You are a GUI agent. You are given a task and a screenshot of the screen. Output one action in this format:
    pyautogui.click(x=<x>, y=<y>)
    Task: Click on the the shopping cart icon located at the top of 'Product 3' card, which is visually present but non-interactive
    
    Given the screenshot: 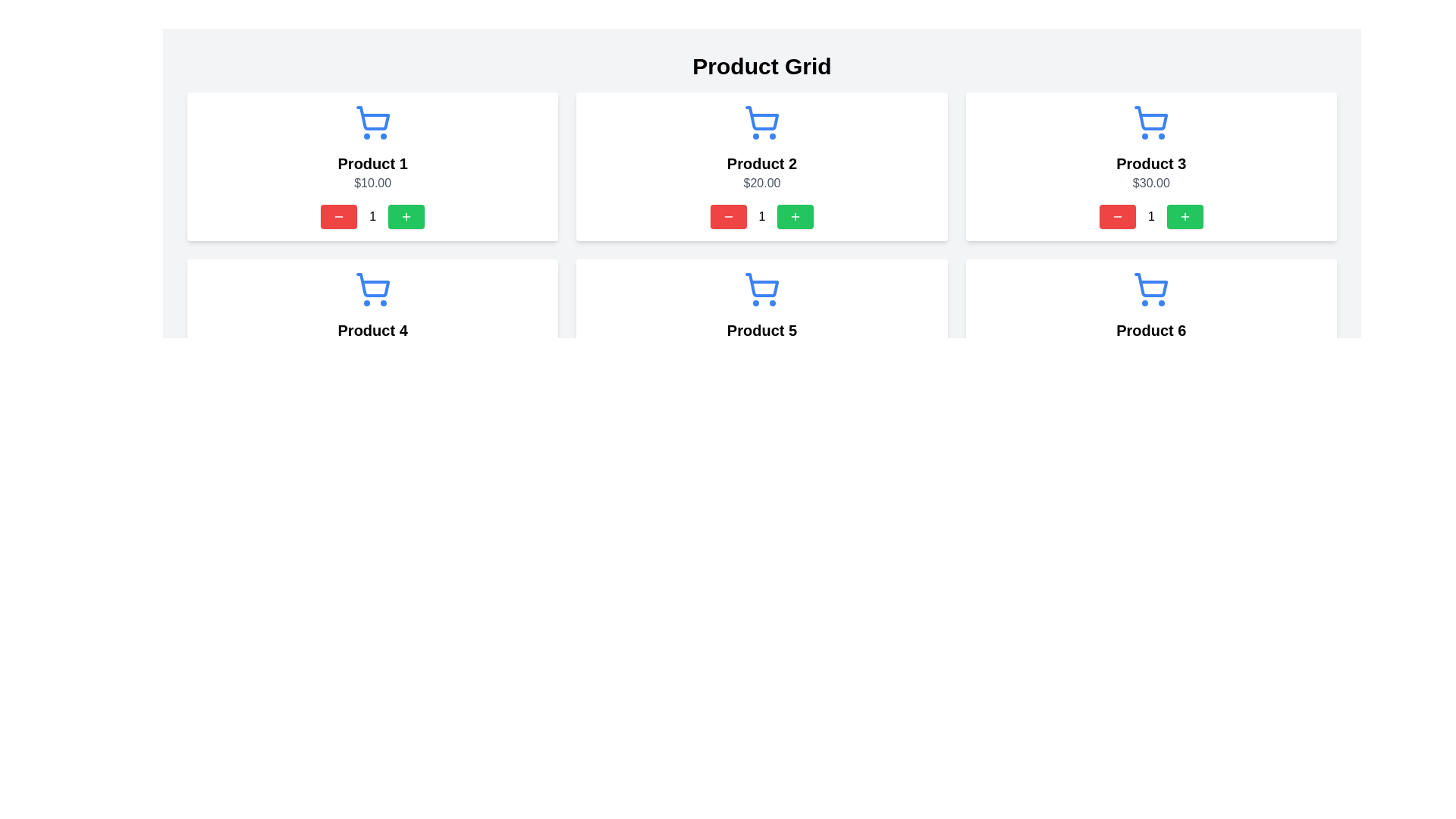 What is the action you would take?
    pyautogui.click(x=1151, y=122)
    